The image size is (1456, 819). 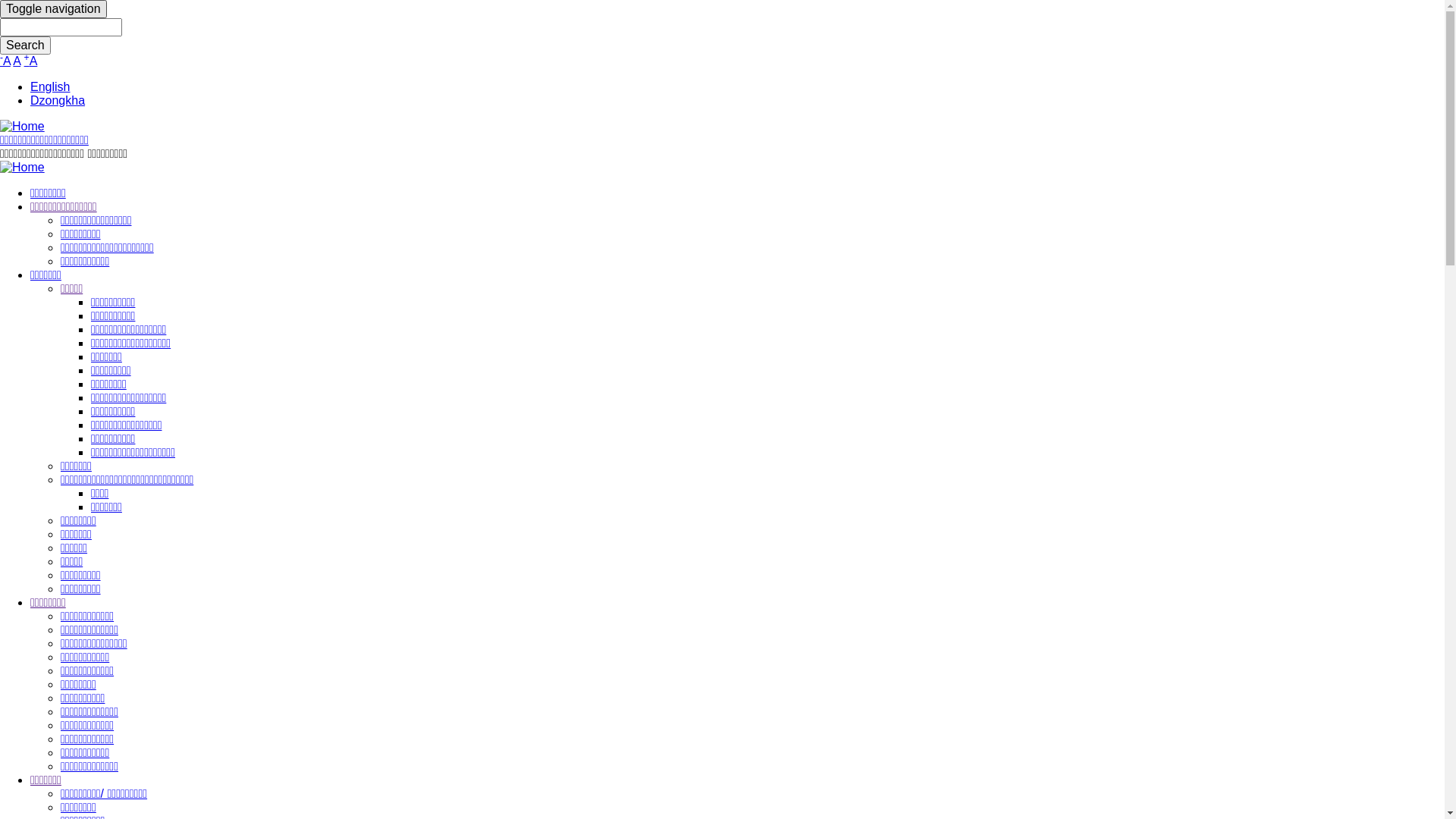 What do you see at coordinates (13, 60) in the screenshot?
I see `'A'` at bounding box center [13, 60].